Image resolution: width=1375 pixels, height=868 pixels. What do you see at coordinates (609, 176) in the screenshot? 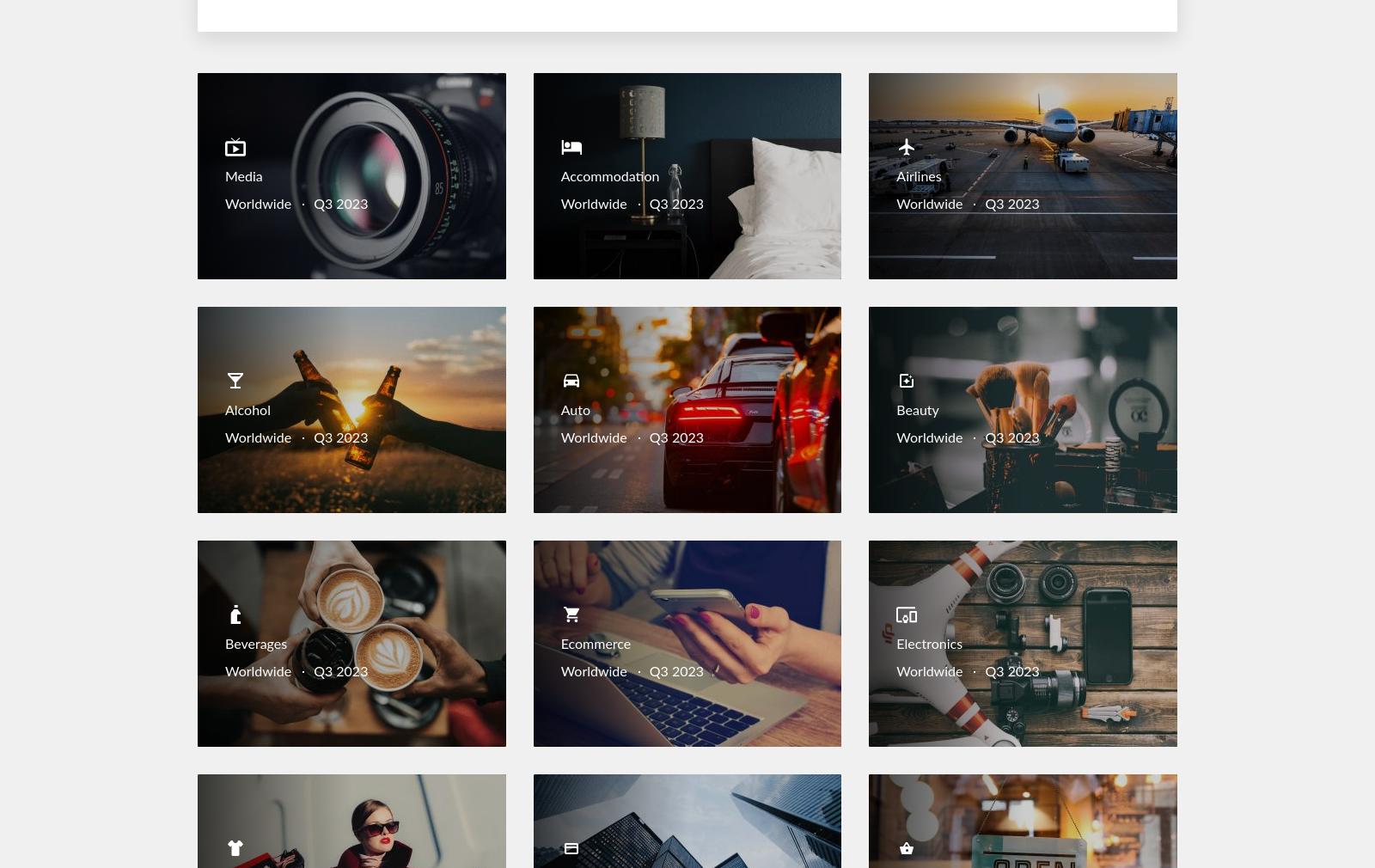
I see `'Accommodation'` at bounding box center [609, 176].